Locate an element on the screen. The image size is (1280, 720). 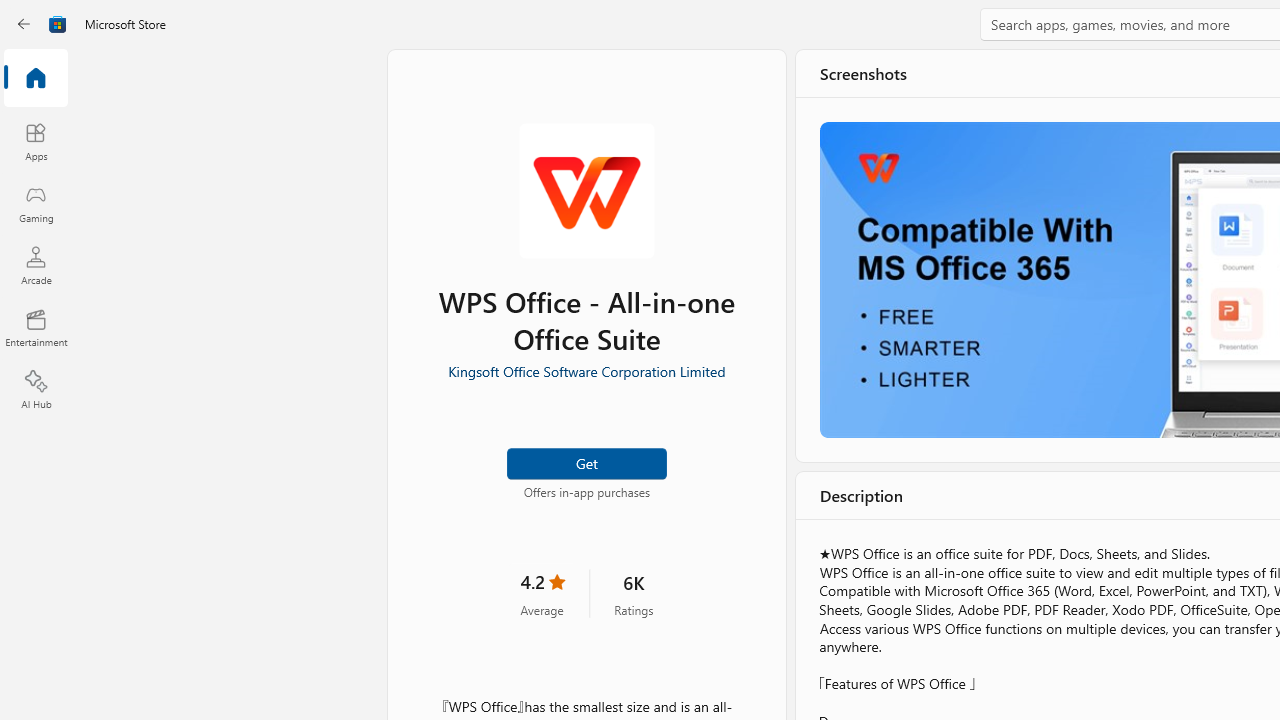
'Class: Image' is located at coordinates (58, 24).